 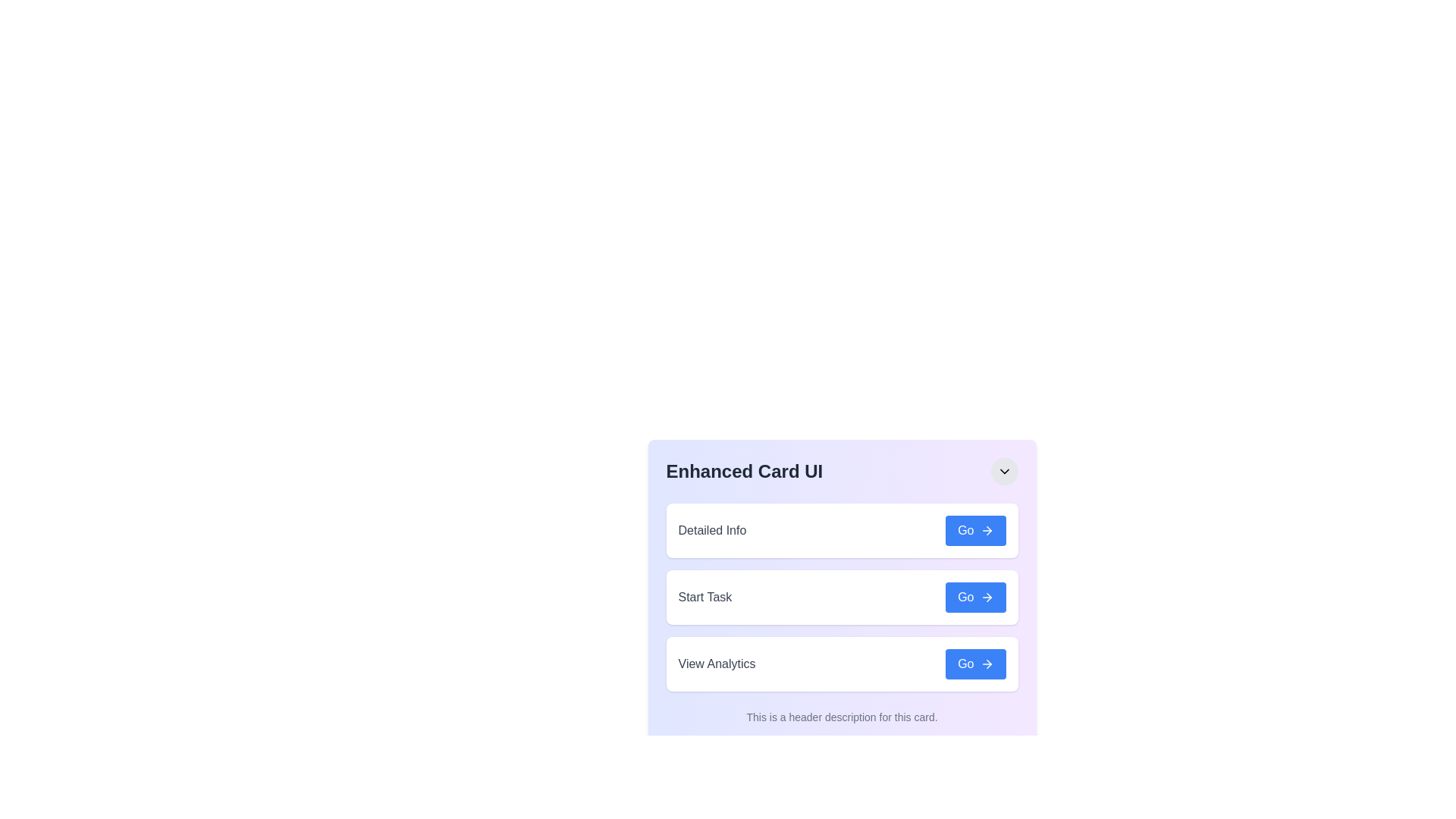 I want to click on the arrow-shaped graphic within the 'Go' button, which is the topmost button in a vertical stack of three buttons labeled 'Detailed Info', 'Start Task', and 'View Analytics', so click(x=989, y=529).